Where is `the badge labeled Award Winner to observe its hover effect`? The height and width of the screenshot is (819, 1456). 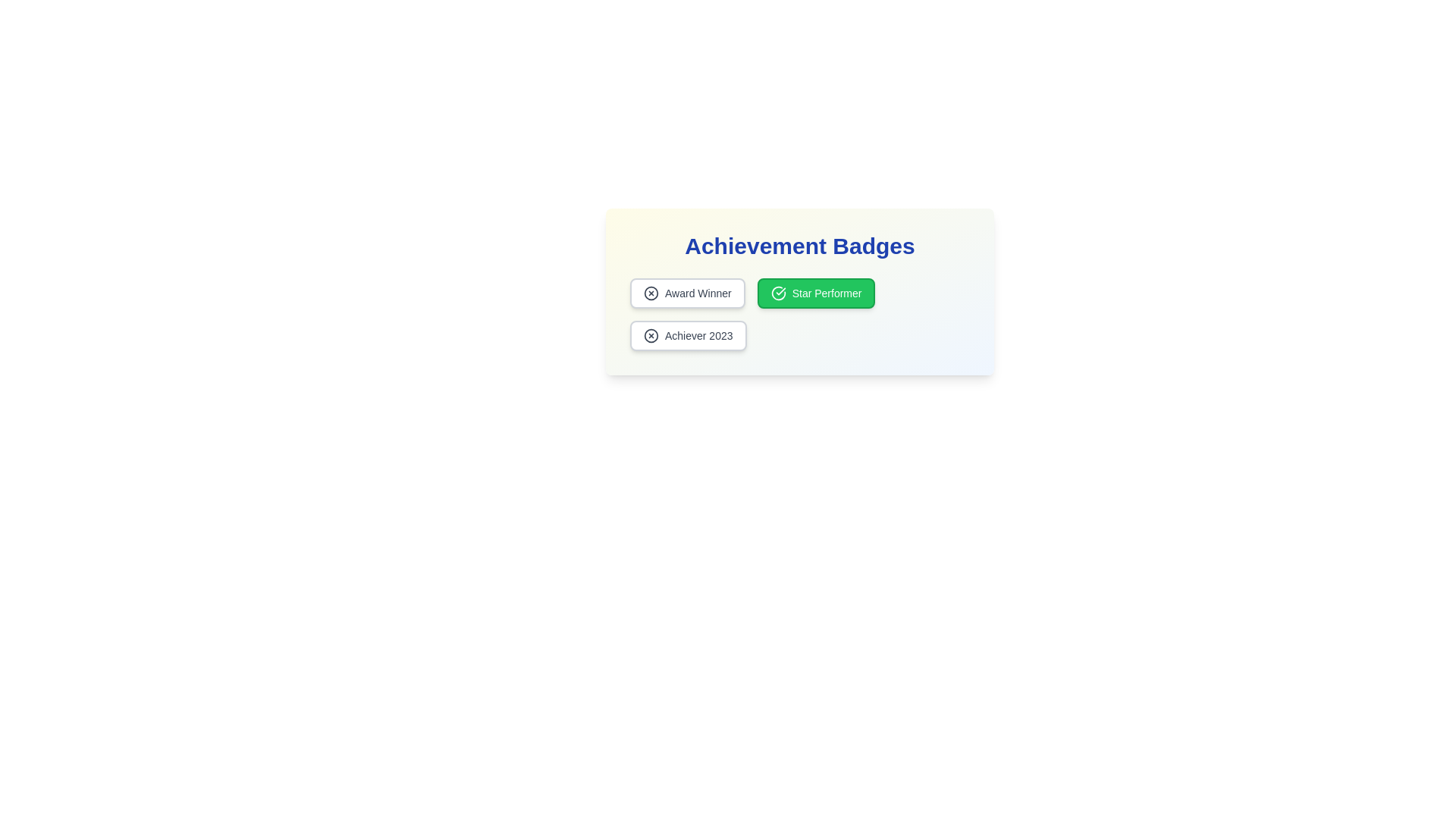 the badge labeled Award Winner to observe its hover effect is located at coordinates (686, 293).